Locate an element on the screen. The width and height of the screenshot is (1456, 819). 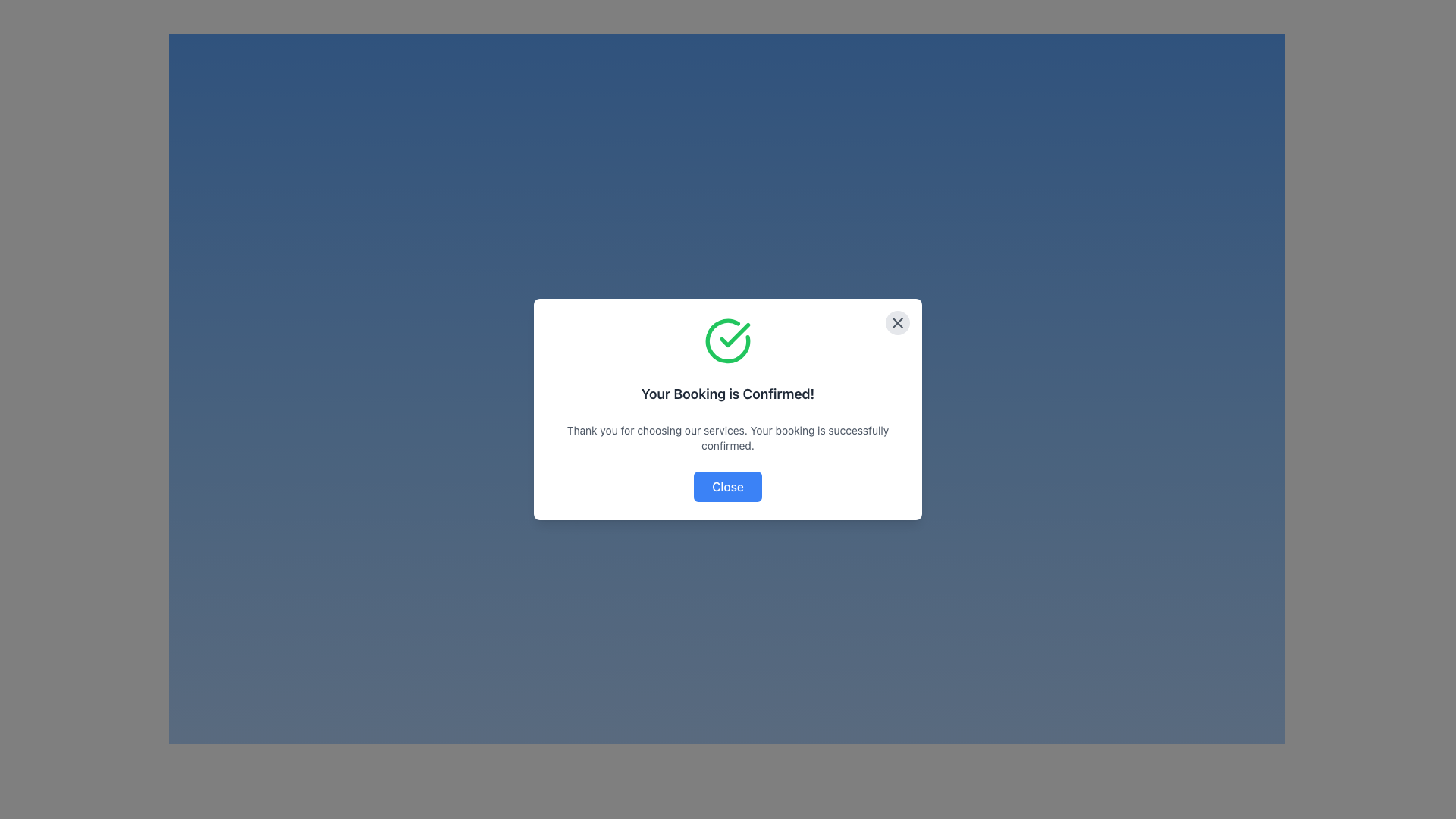
the small cross-shaped icon in the top-right corner of the modal dialog box is located at coordinates (898, 322).